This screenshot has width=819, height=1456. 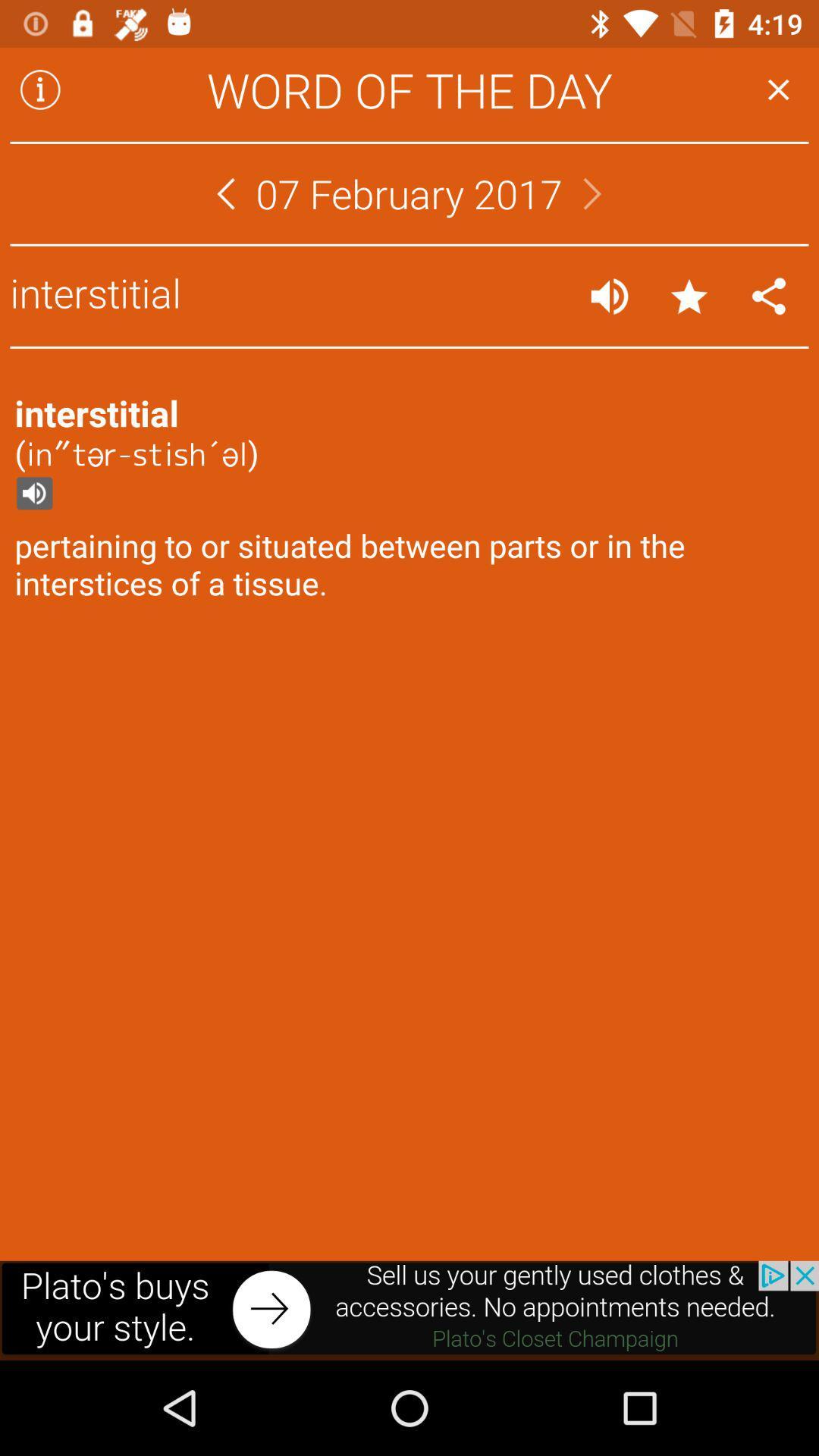 I want to click on to favourites, so click(x=689, y=296).